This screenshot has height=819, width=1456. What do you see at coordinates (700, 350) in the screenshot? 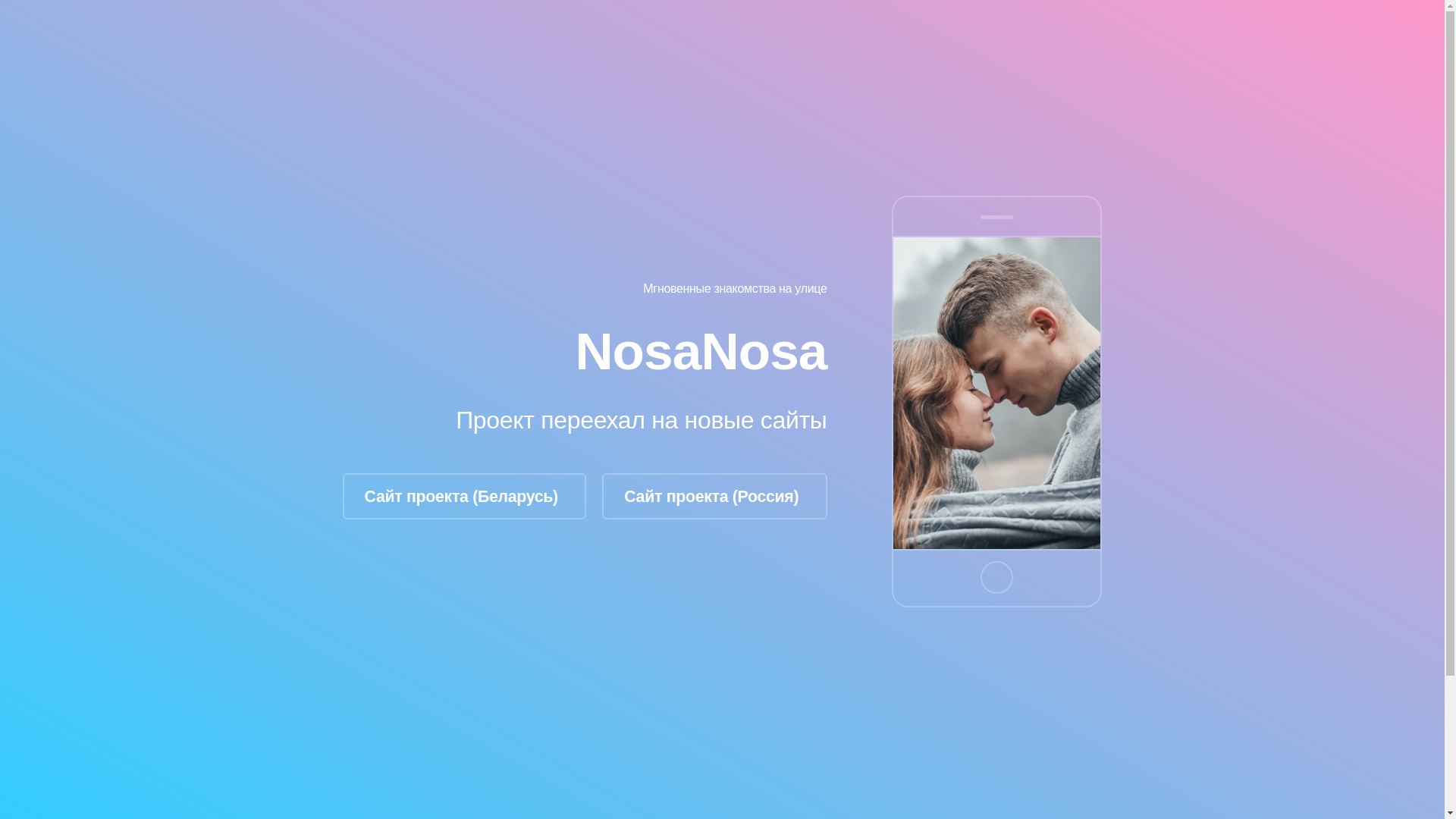
I see `'NosaNosa'` at bounding box center [700, 350].